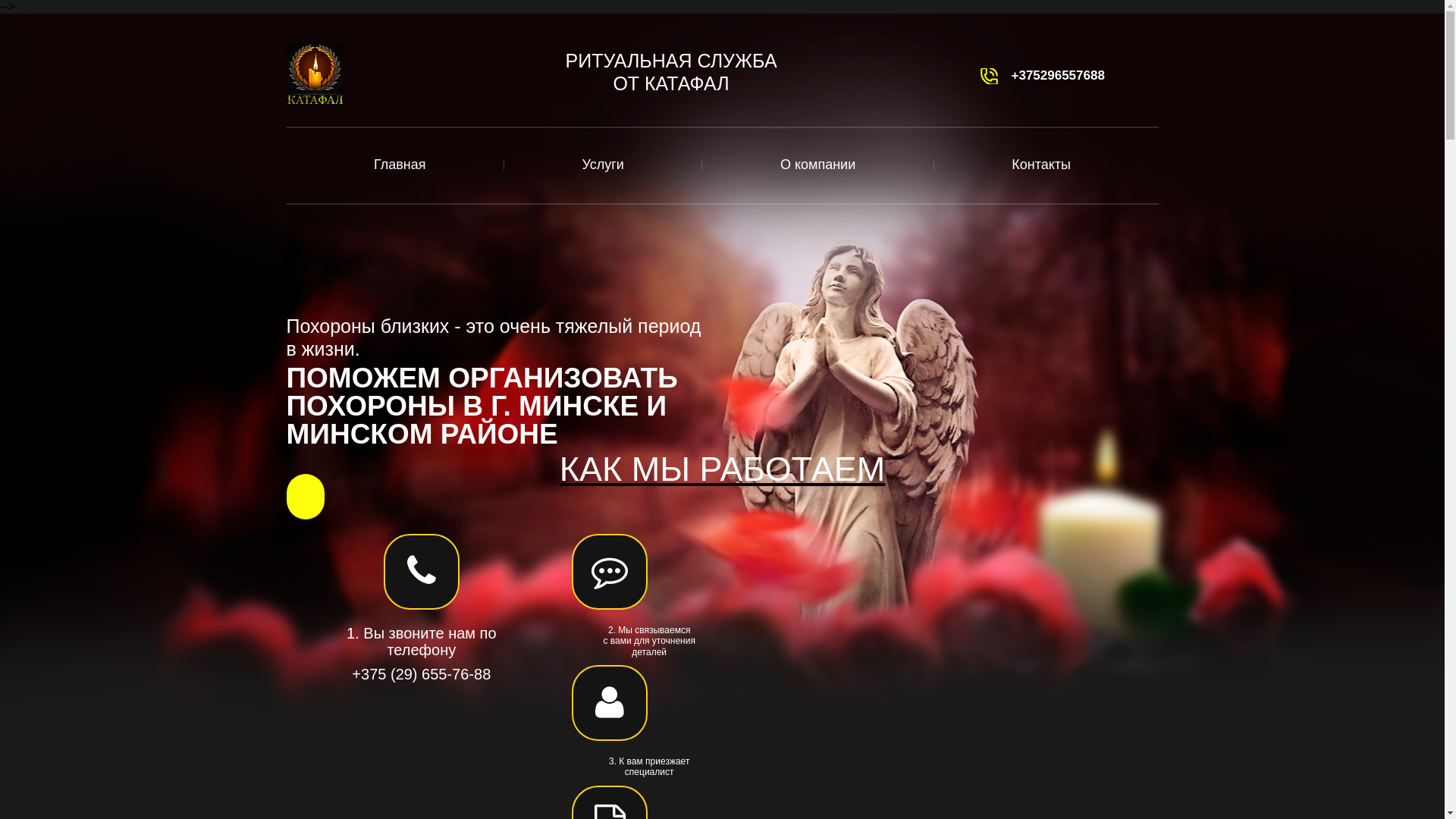 The height and width of the screenshot is (819, 1456). I want to click on '+375296557688', so click(1012, 75).